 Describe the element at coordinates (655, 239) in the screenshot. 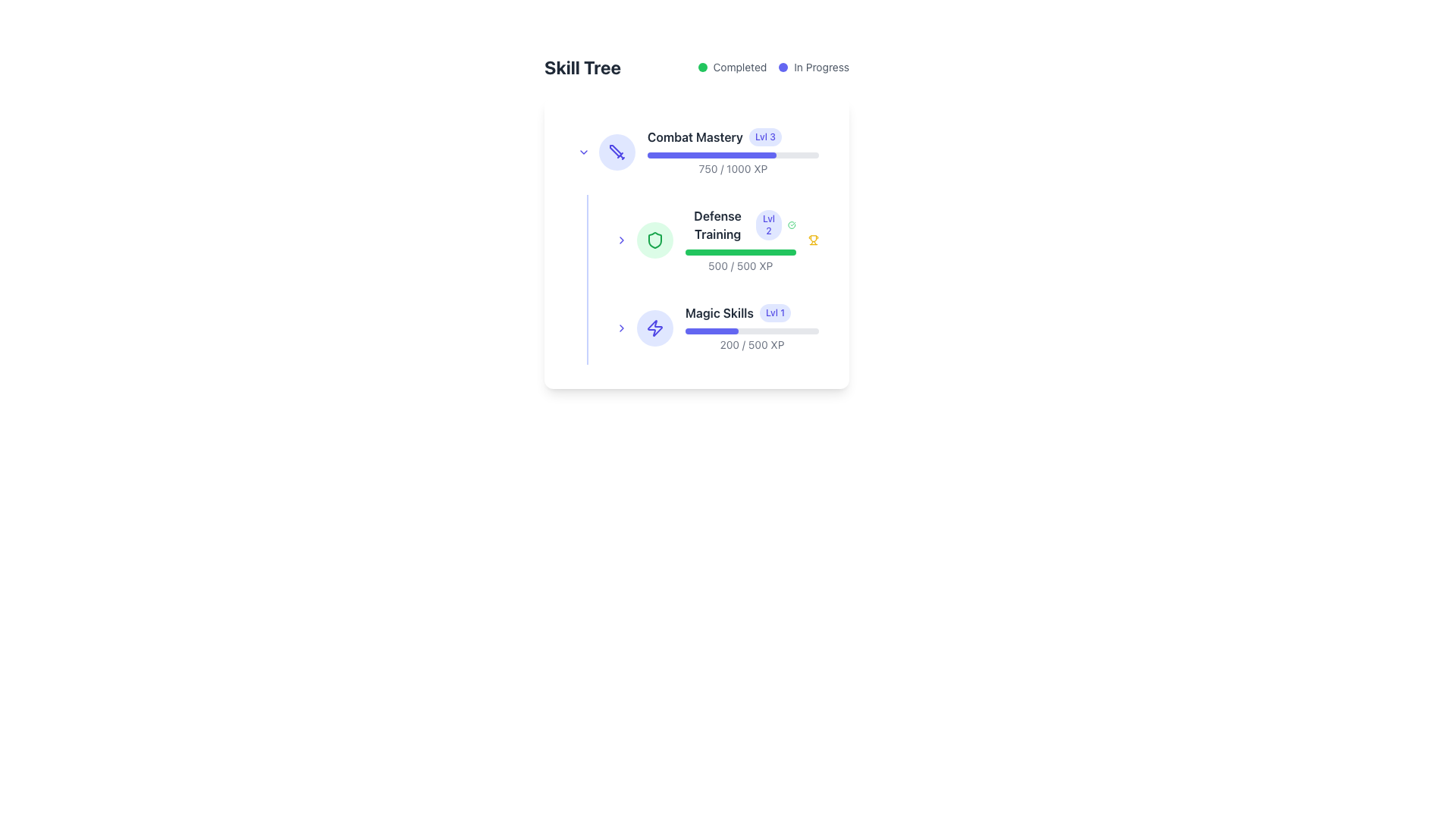

I see `the 'Defense Training' skill icon, which is located within a green circular background and is adjacent to the 'Defense Training' text in the Skill Tree interface` at that location.